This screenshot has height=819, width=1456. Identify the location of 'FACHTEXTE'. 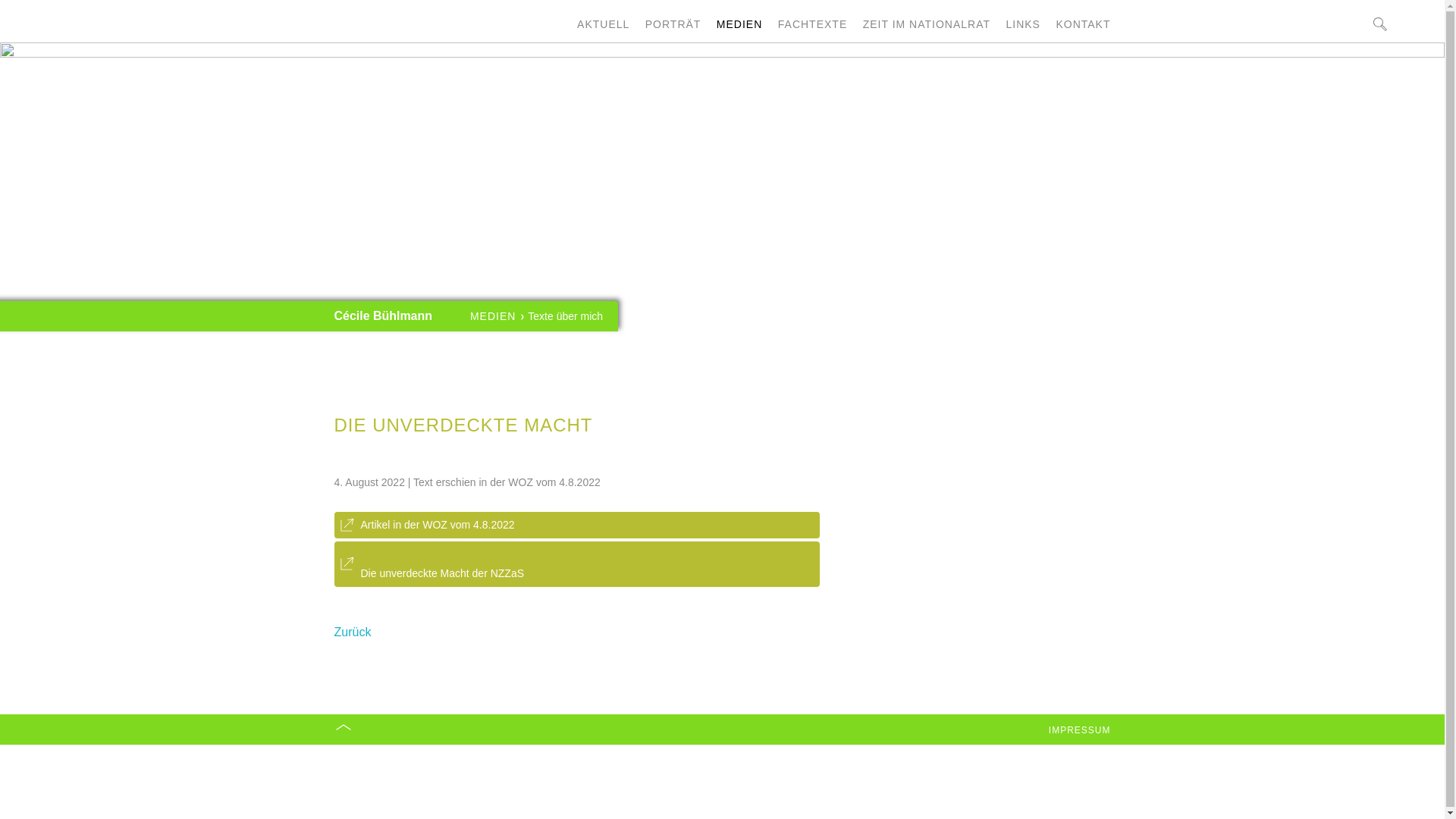
(811, 24).